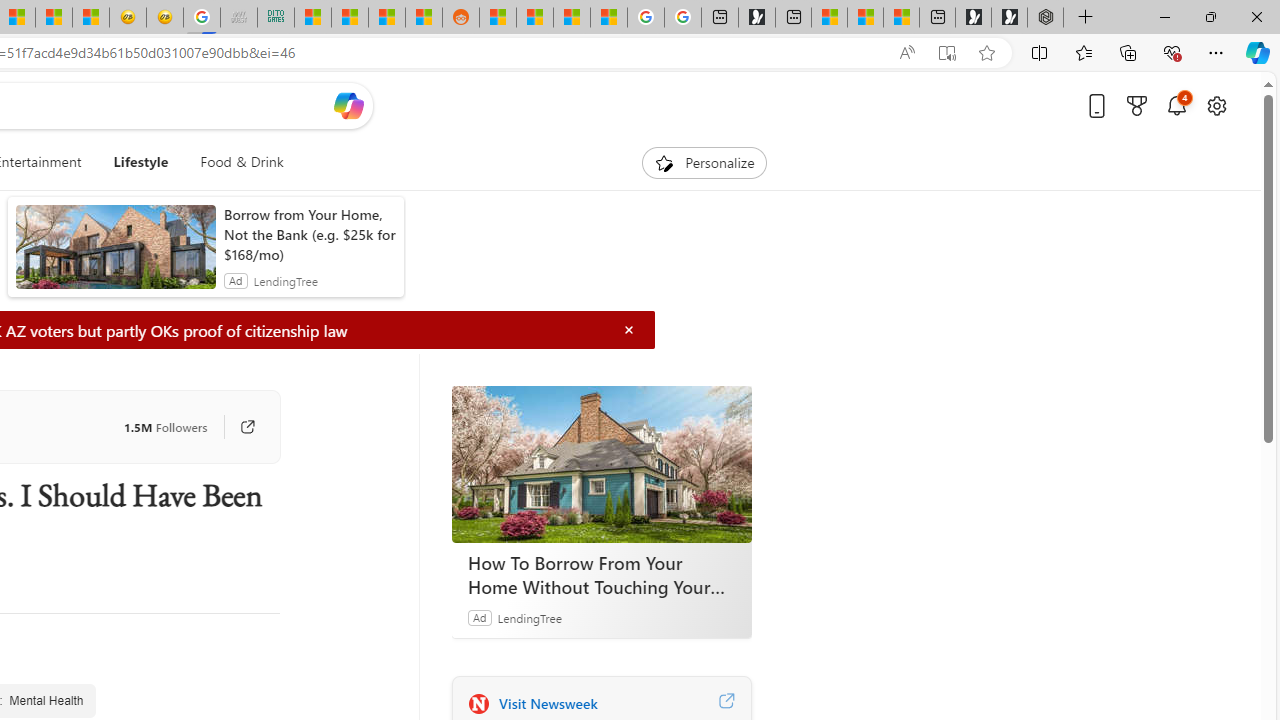  What do you see at coordinates (628, 329) in the screenshot?
I see `'Hide'` at bounding box center [628, 329].